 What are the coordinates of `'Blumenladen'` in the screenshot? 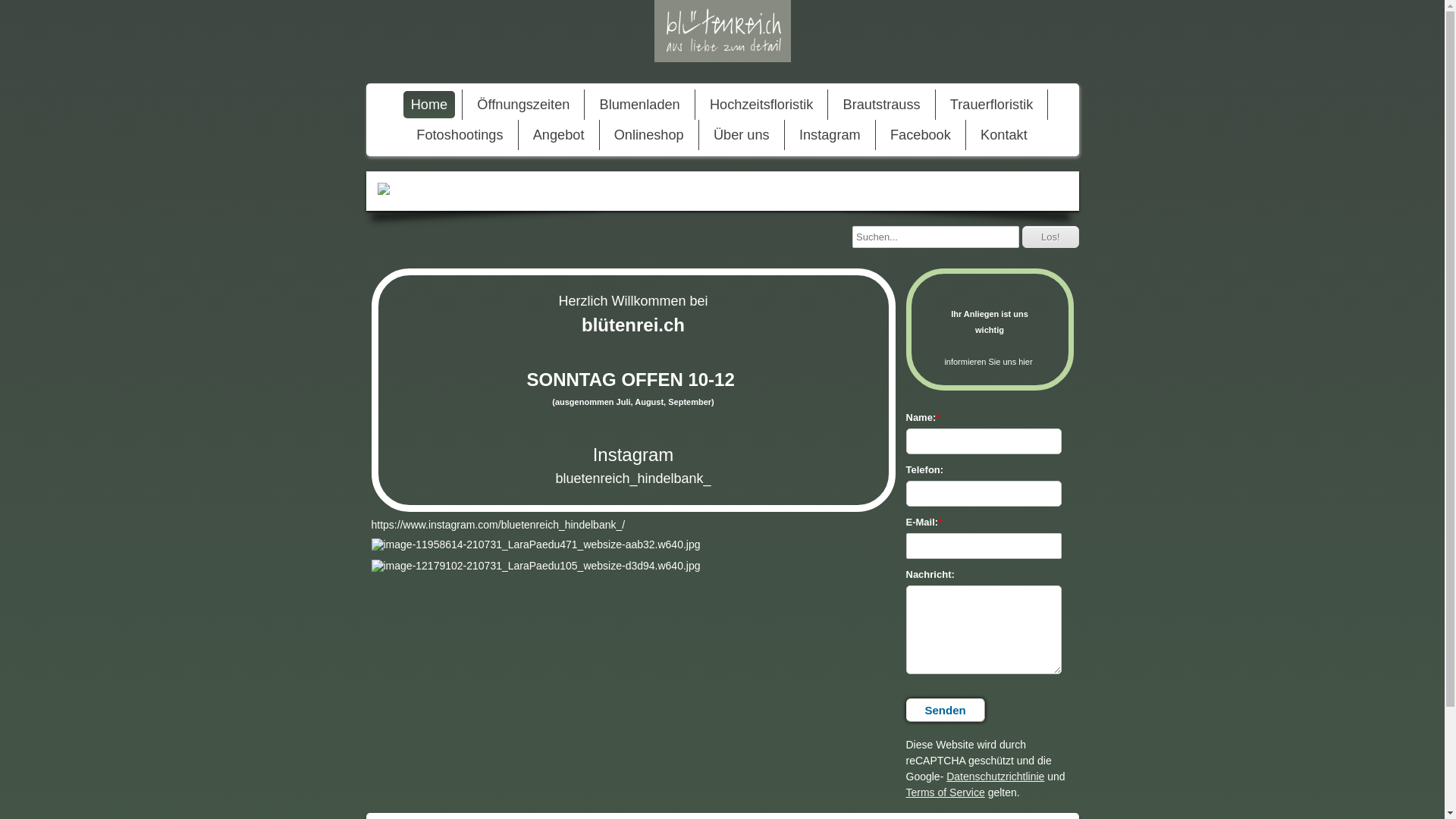 It's located at (640, 104).